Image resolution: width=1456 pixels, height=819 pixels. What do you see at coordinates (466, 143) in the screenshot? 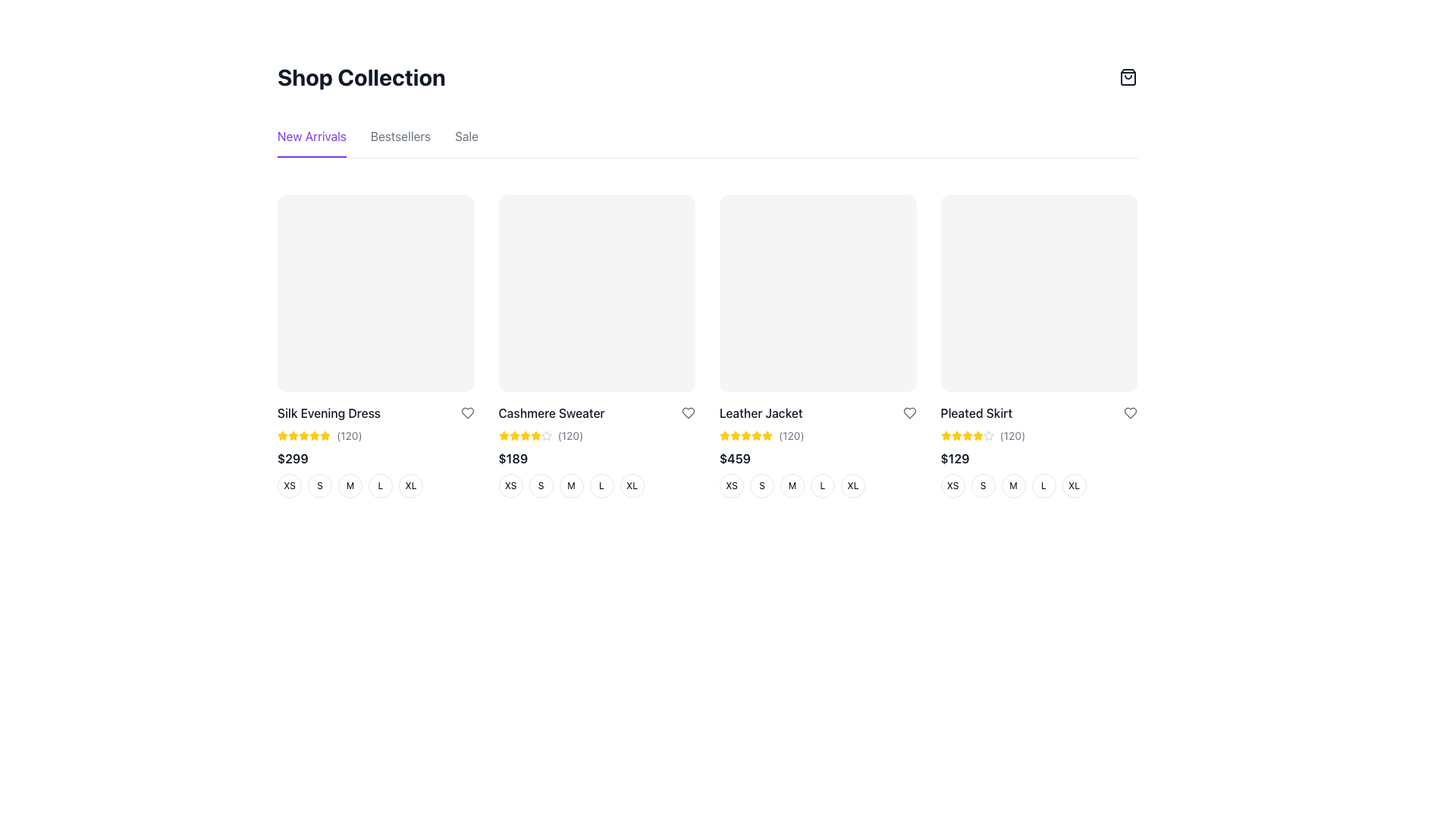
I see `the 'Sale' navigation link to observe a color change, which is the last element in the horizontal navigation menu below the 'Shop Collection' title` at bounding box center [466, 143].